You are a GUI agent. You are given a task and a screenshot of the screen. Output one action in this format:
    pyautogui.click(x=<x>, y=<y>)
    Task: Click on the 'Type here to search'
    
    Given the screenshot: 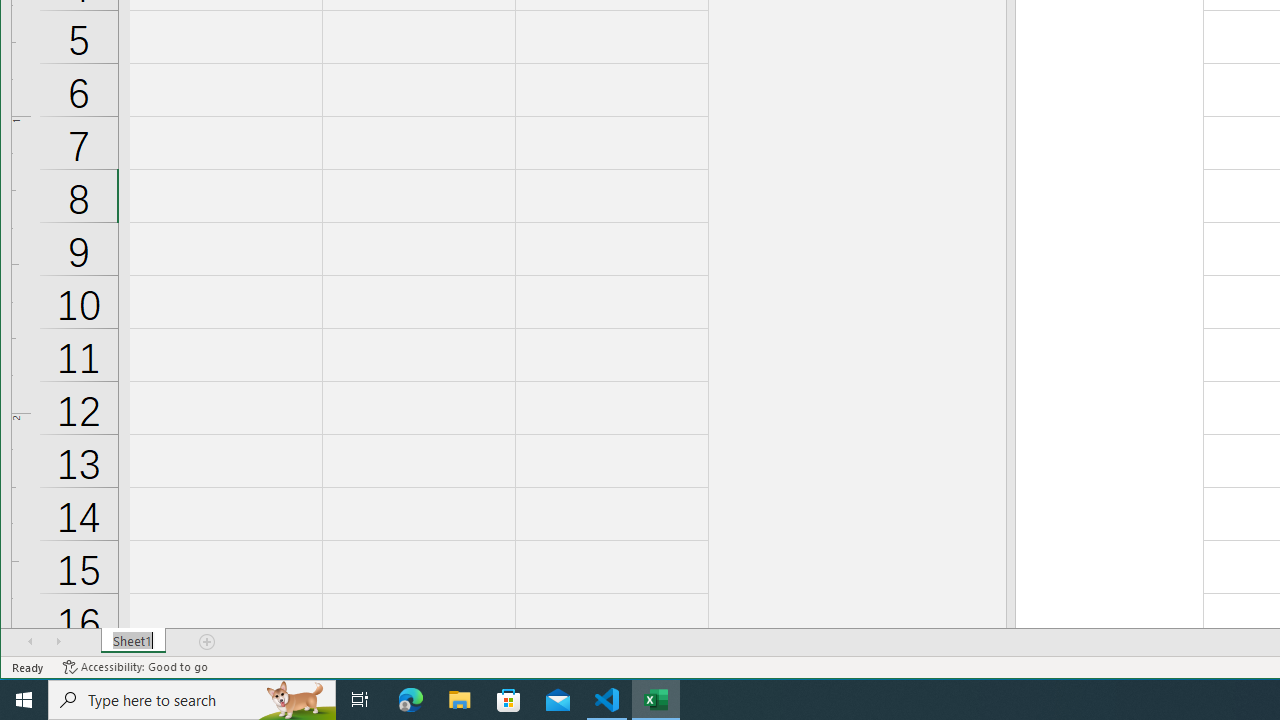 What is the action you would take?
    pyautogui.click(x=192, y=698)
    